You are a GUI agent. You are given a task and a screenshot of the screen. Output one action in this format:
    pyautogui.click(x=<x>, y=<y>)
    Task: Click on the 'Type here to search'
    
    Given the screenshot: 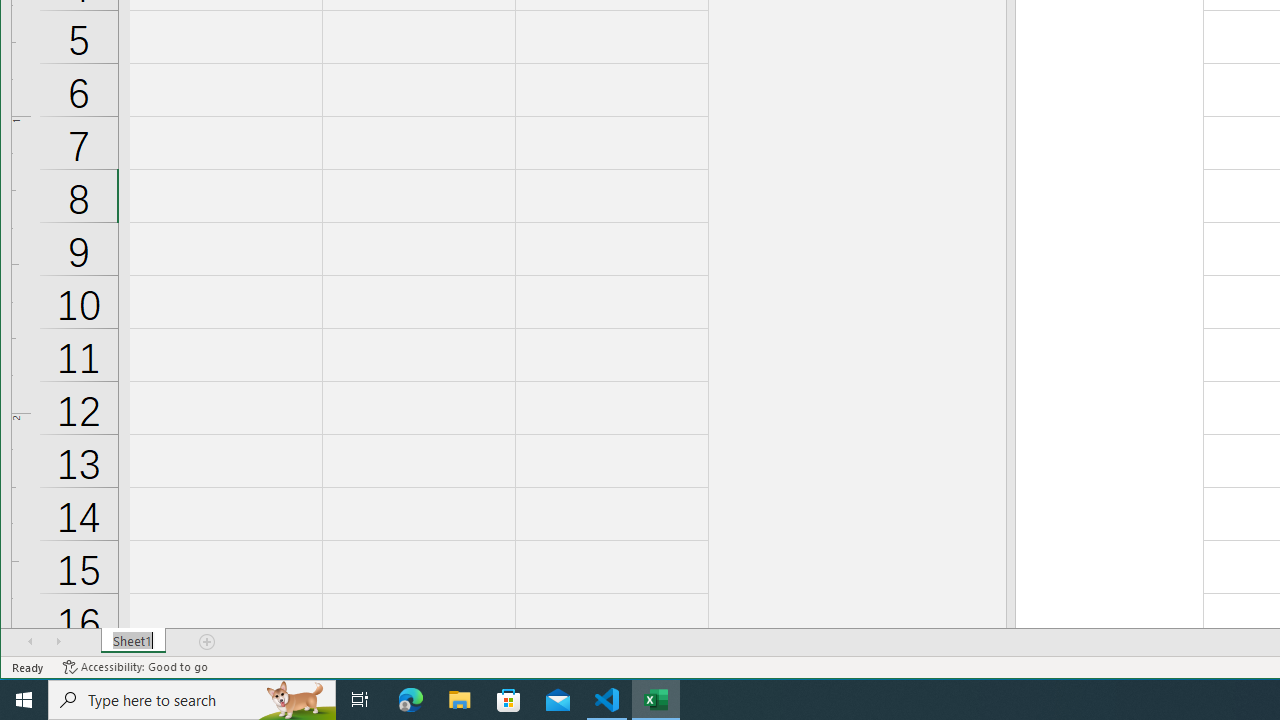 What is the action you would take?
    pyautogui.click(x=192, y=698)
    